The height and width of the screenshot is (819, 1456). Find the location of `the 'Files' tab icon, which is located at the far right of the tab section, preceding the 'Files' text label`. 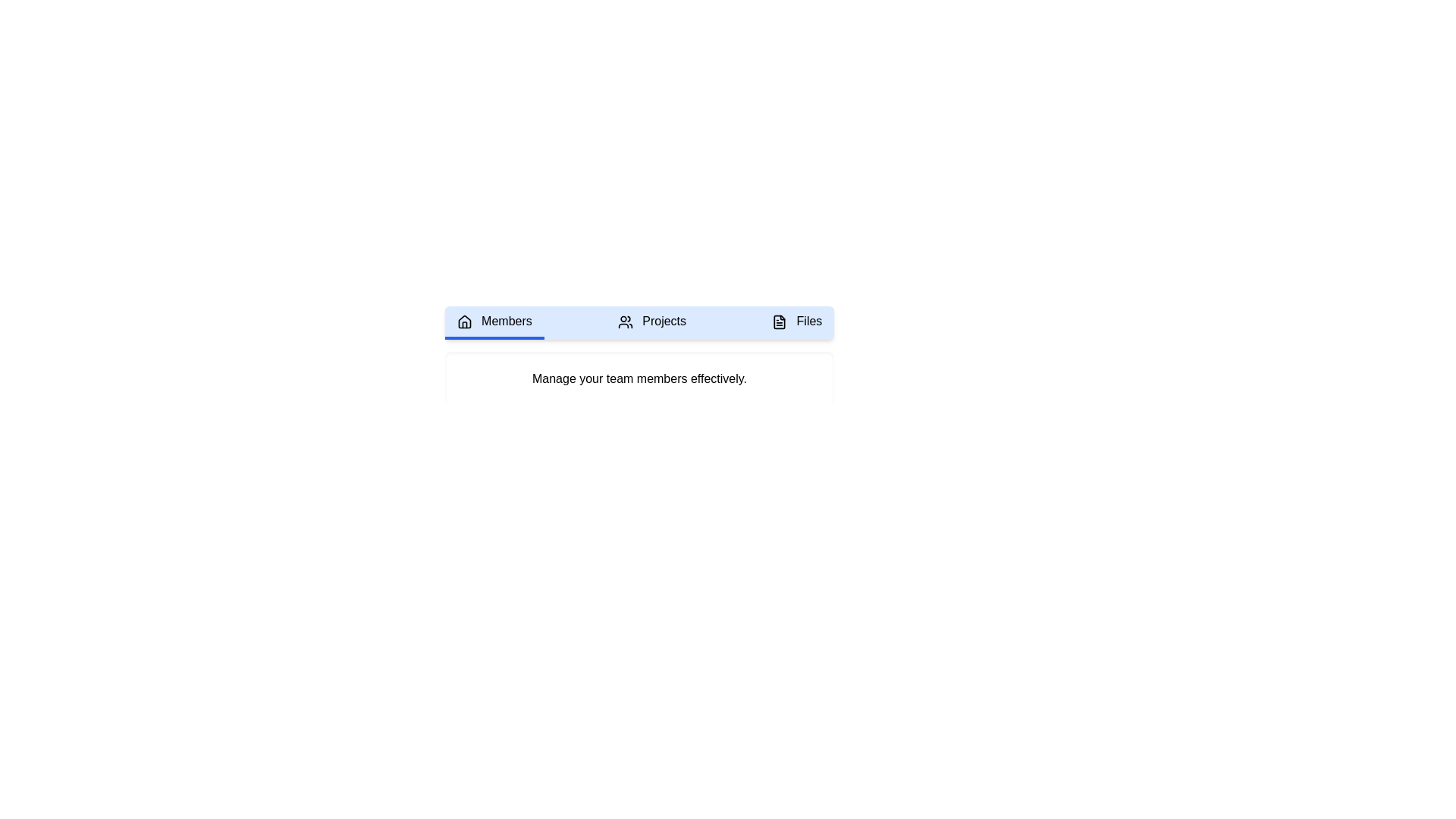

the 'Files' tab icon, which is located at the far right of the tab section, preceding the 'Files' text label is located at coordinates (780, 321).